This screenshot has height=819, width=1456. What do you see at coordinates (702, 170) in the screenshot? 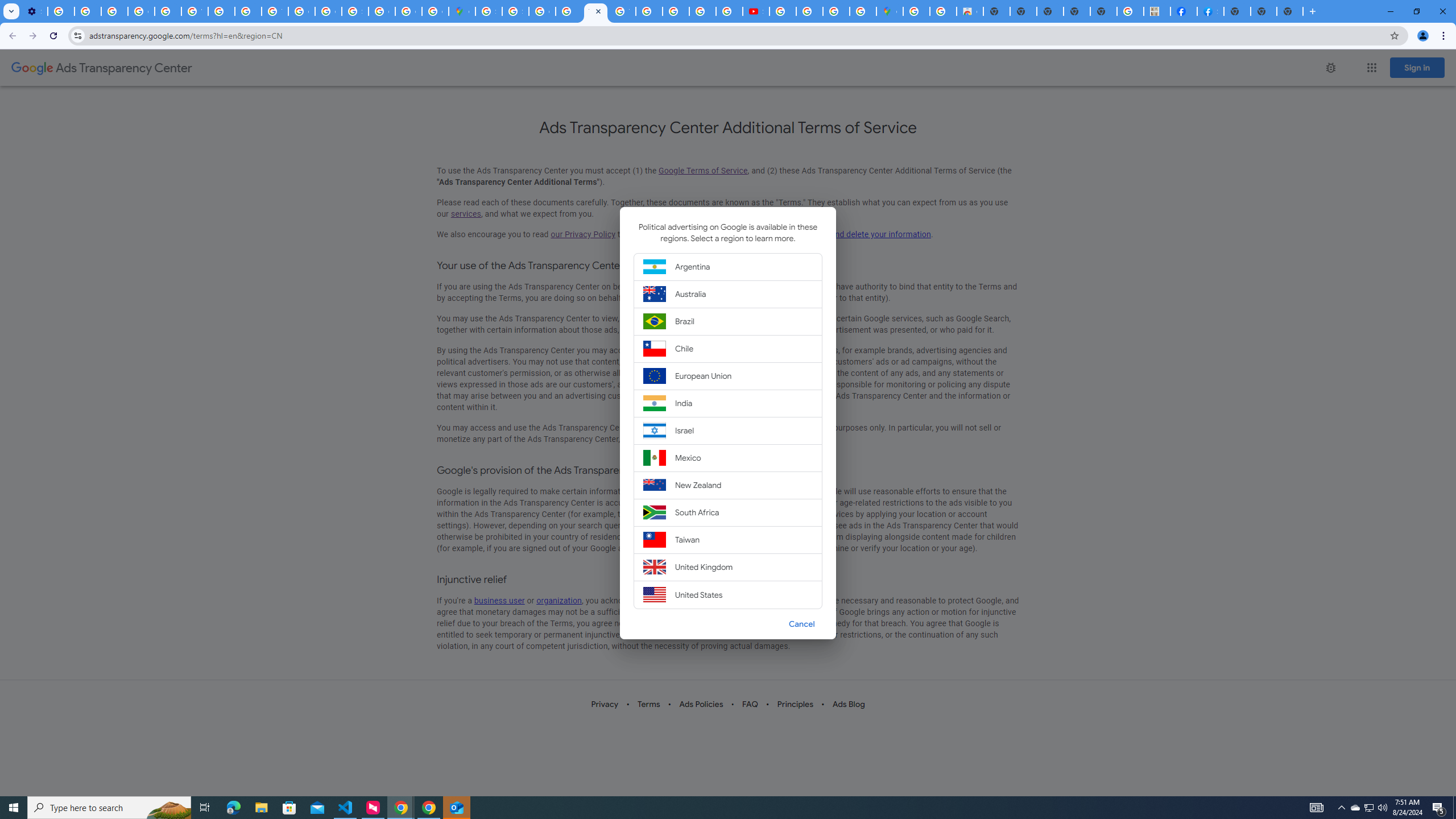
I see `'Google Terms of Service'` at bounding box center [702, 170].